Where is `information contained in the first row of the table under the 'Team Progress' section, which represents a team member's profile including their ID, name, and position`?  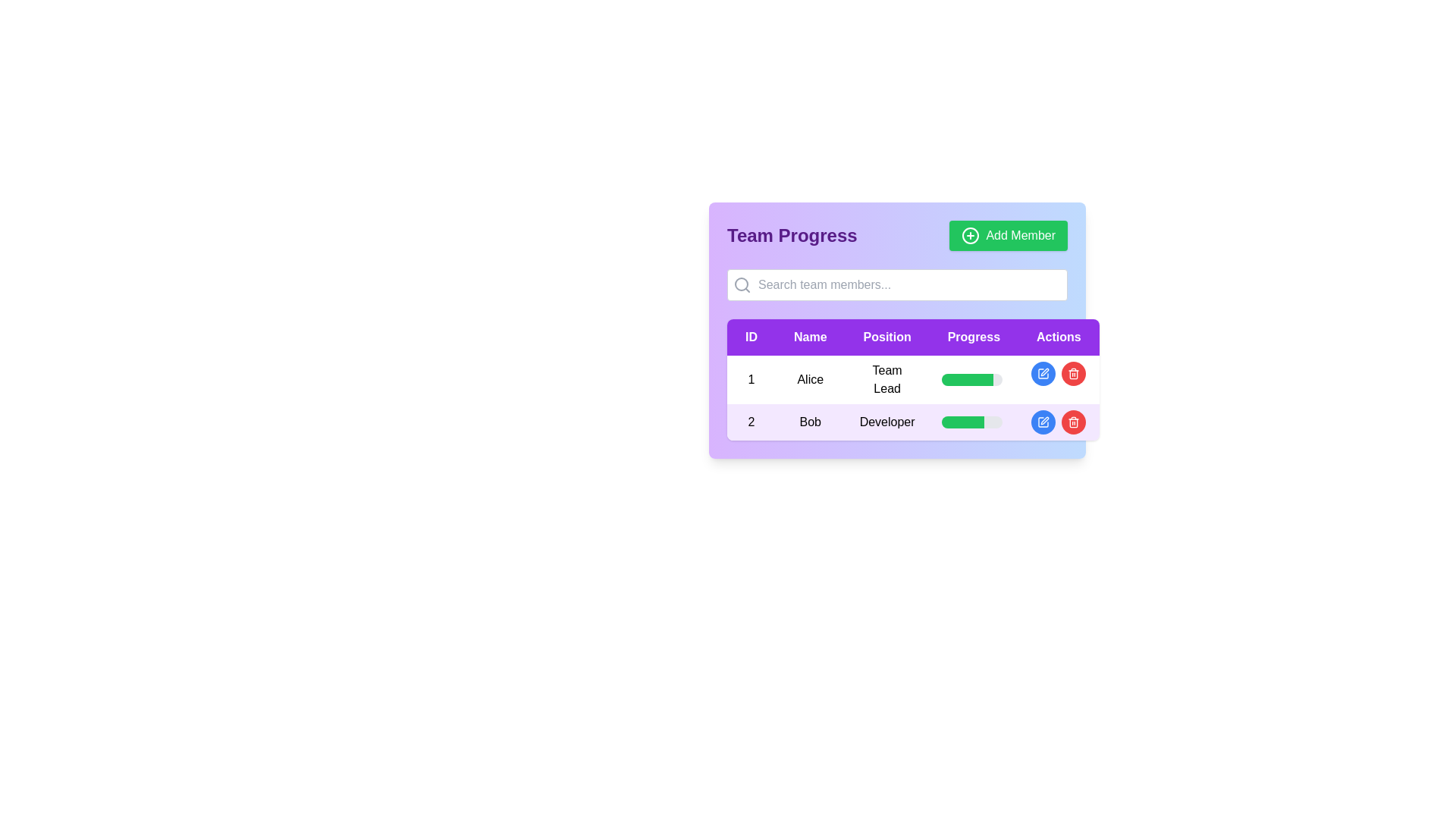
information contained in the first row of the table under the 'Team Progress' section, which represents a team member's profile including their ID, name, and position is located at coordinates (912, 379).